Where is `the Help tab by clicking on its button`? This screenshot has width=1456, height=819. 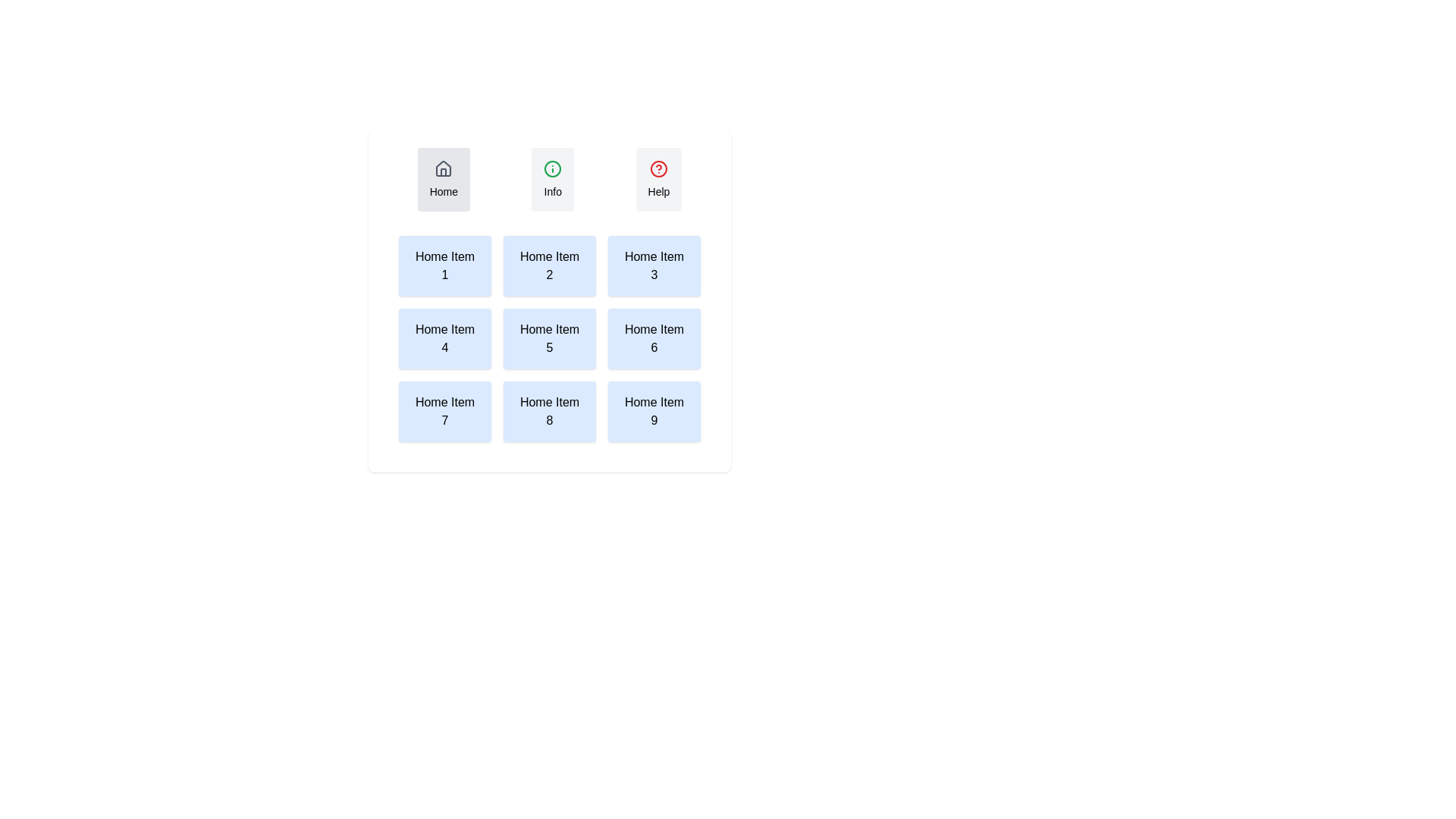
the Help tab by clicking on its button is located at coordinates (658, 178).